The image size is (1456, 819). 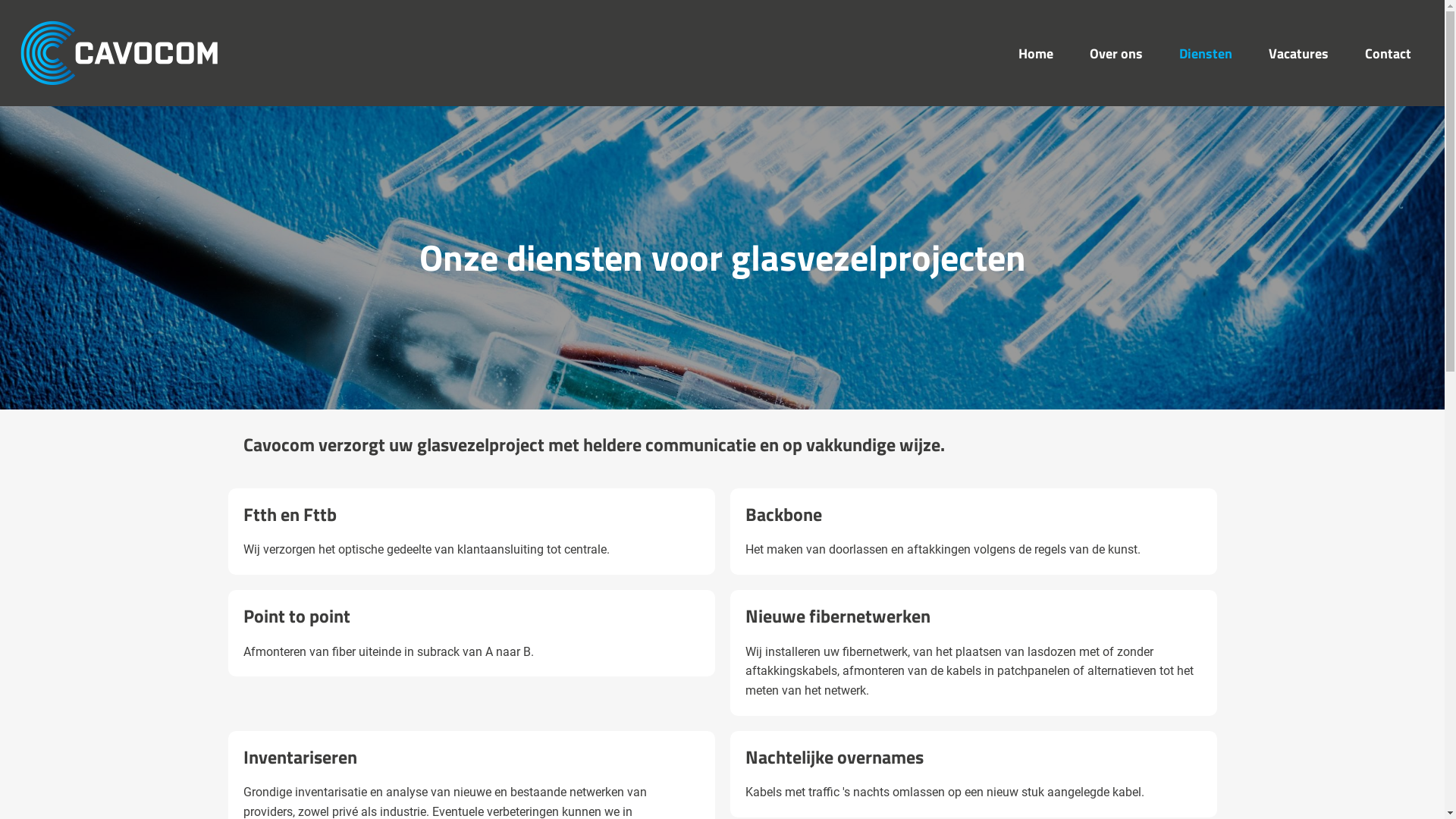 I want to click on 'Nachtelijke overnames', so click(x=833, y=757).